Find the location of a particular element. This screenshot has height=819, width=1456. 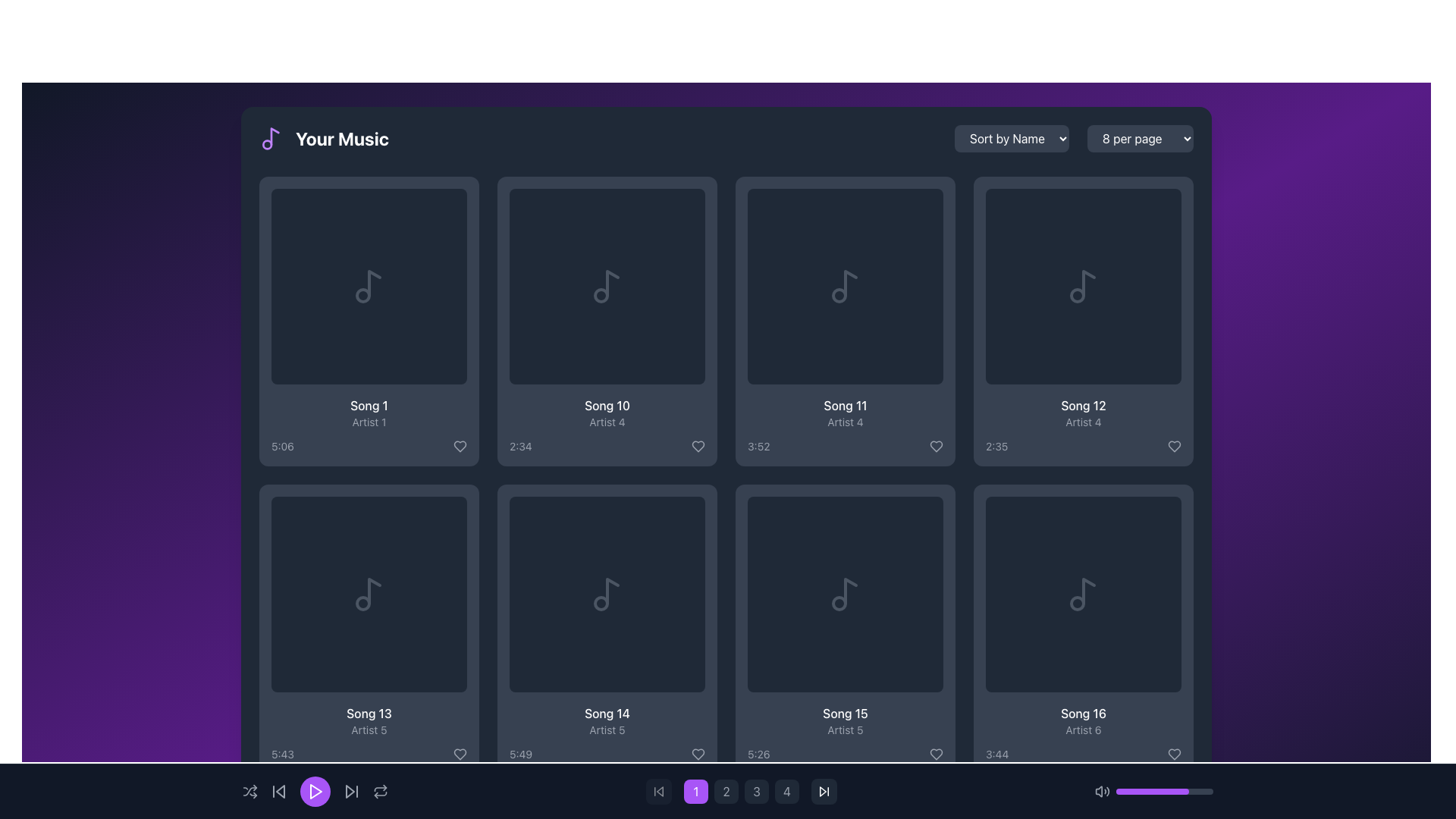

the play button for 'Song 16, Artist 6' is located at coordinates (1083, 593).